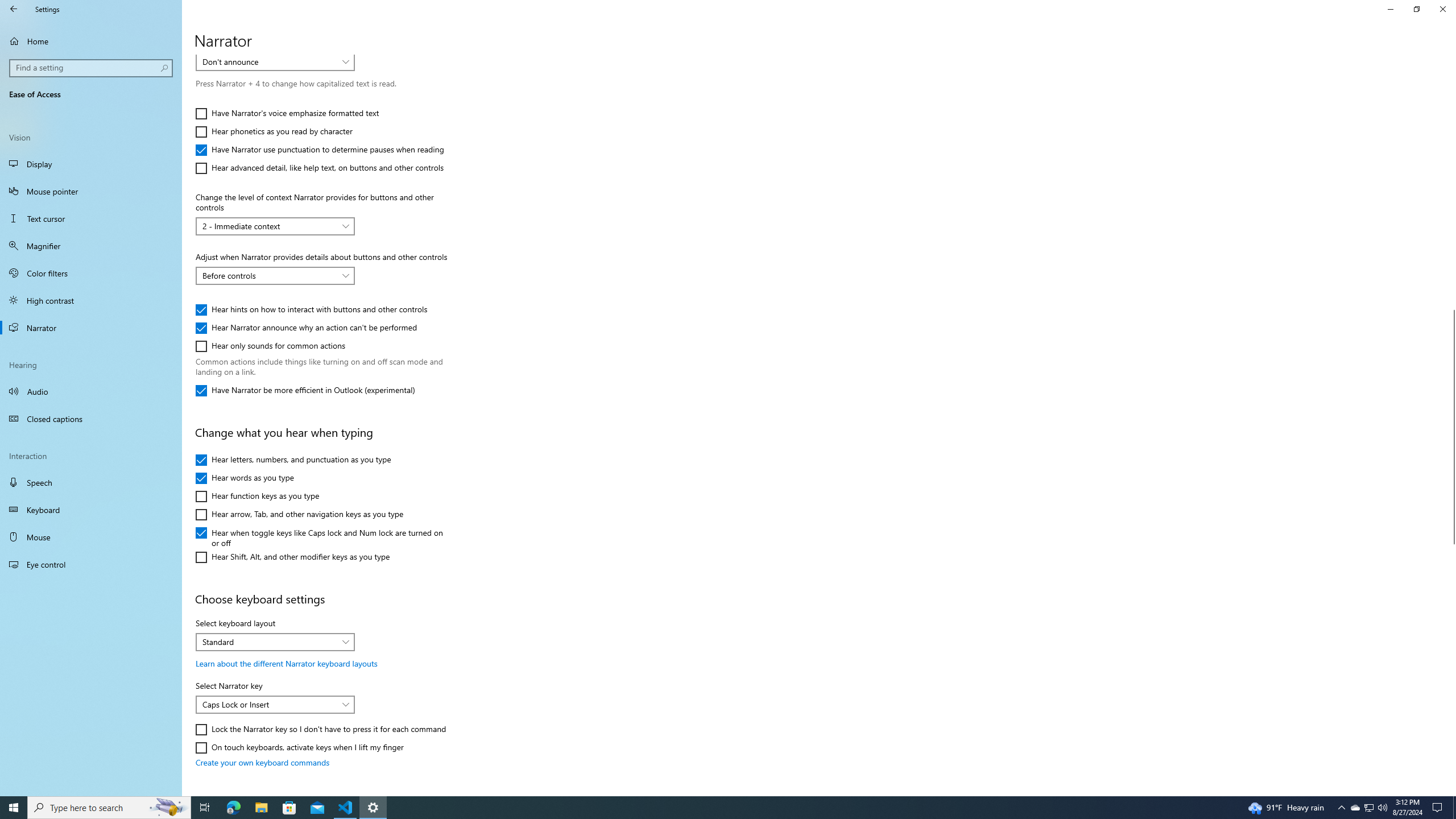 The height and width of the screenshot is (819, 1456). Describe the element at coordinates (271, 346) in the screenshot. I see `'Hear only sounds for common actions'` at that location.